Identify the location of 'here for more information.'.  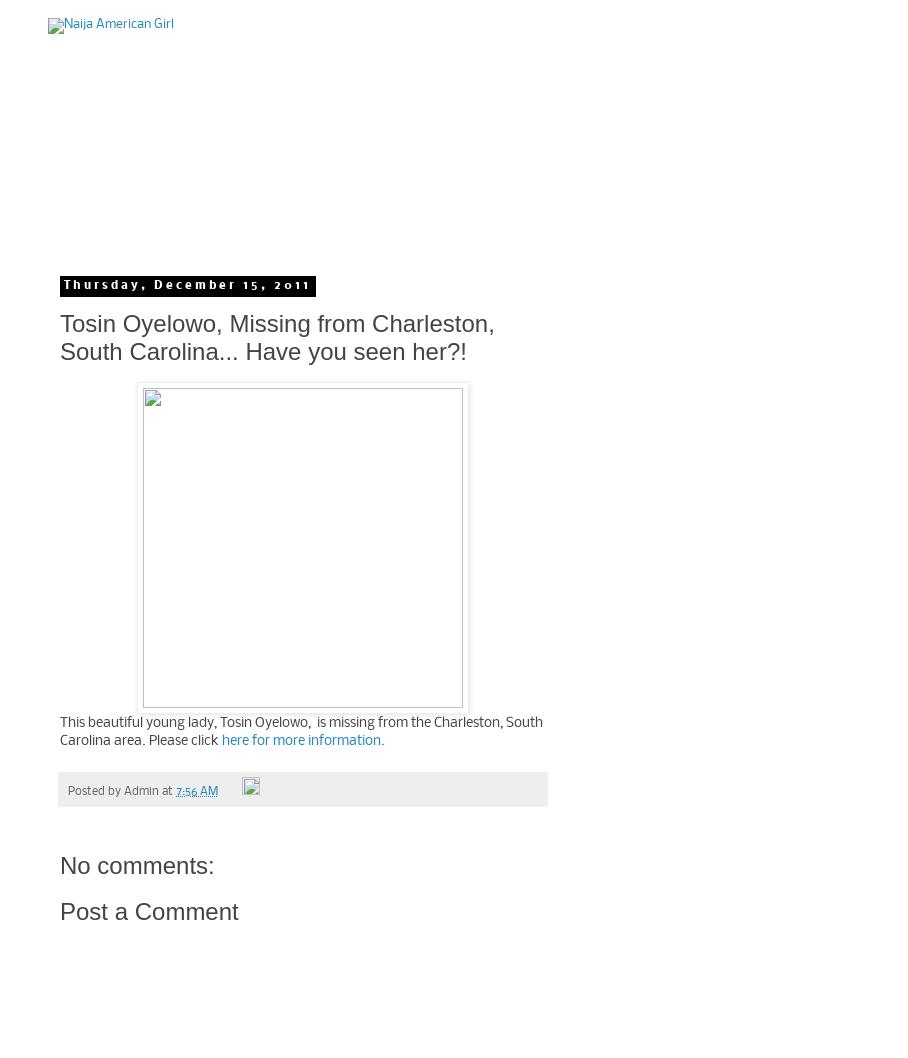
(222, 741).